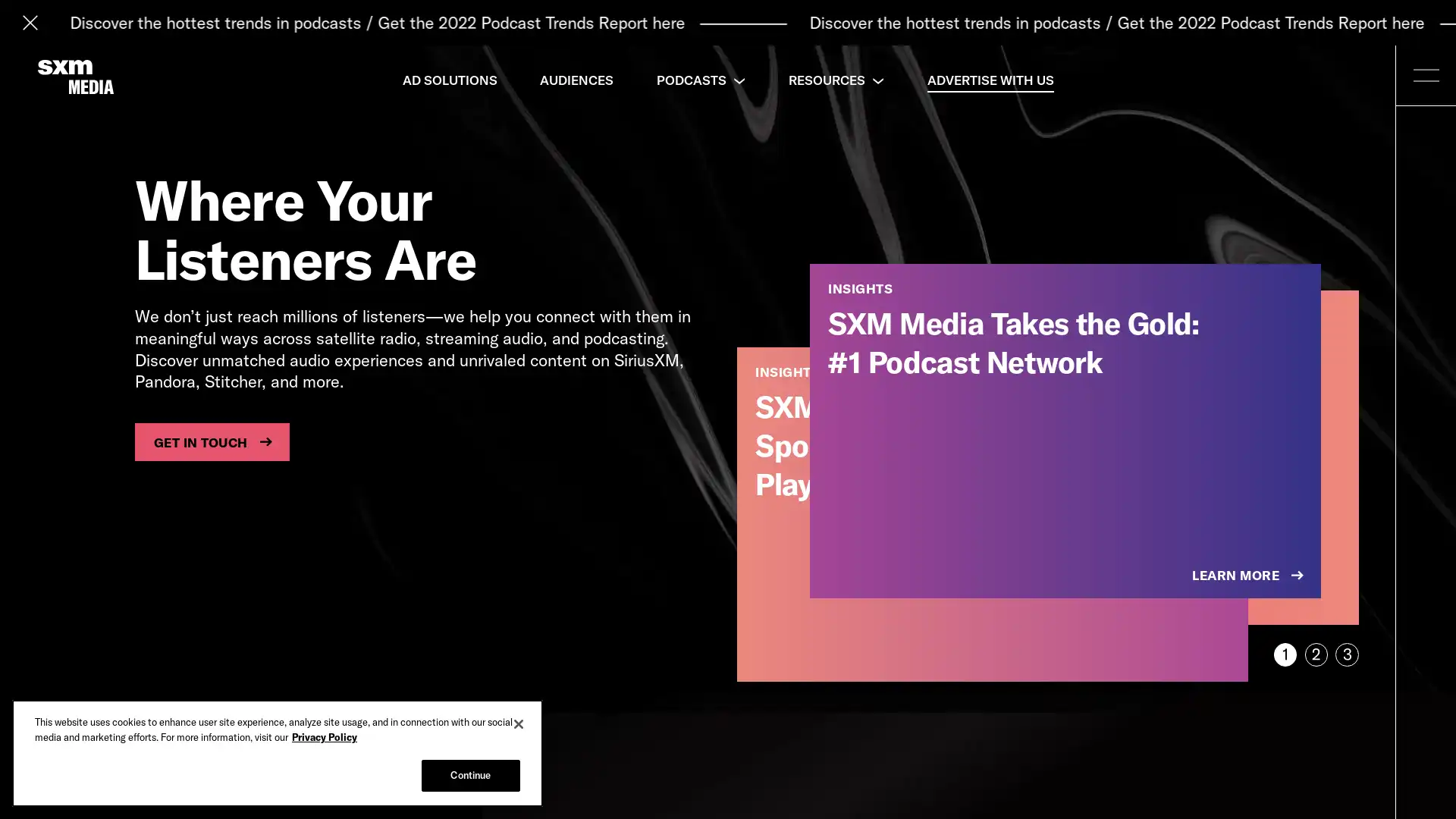 This screenshot has width=1456, height=819. I want to click on LEARN MORE, so click(1249, 576).